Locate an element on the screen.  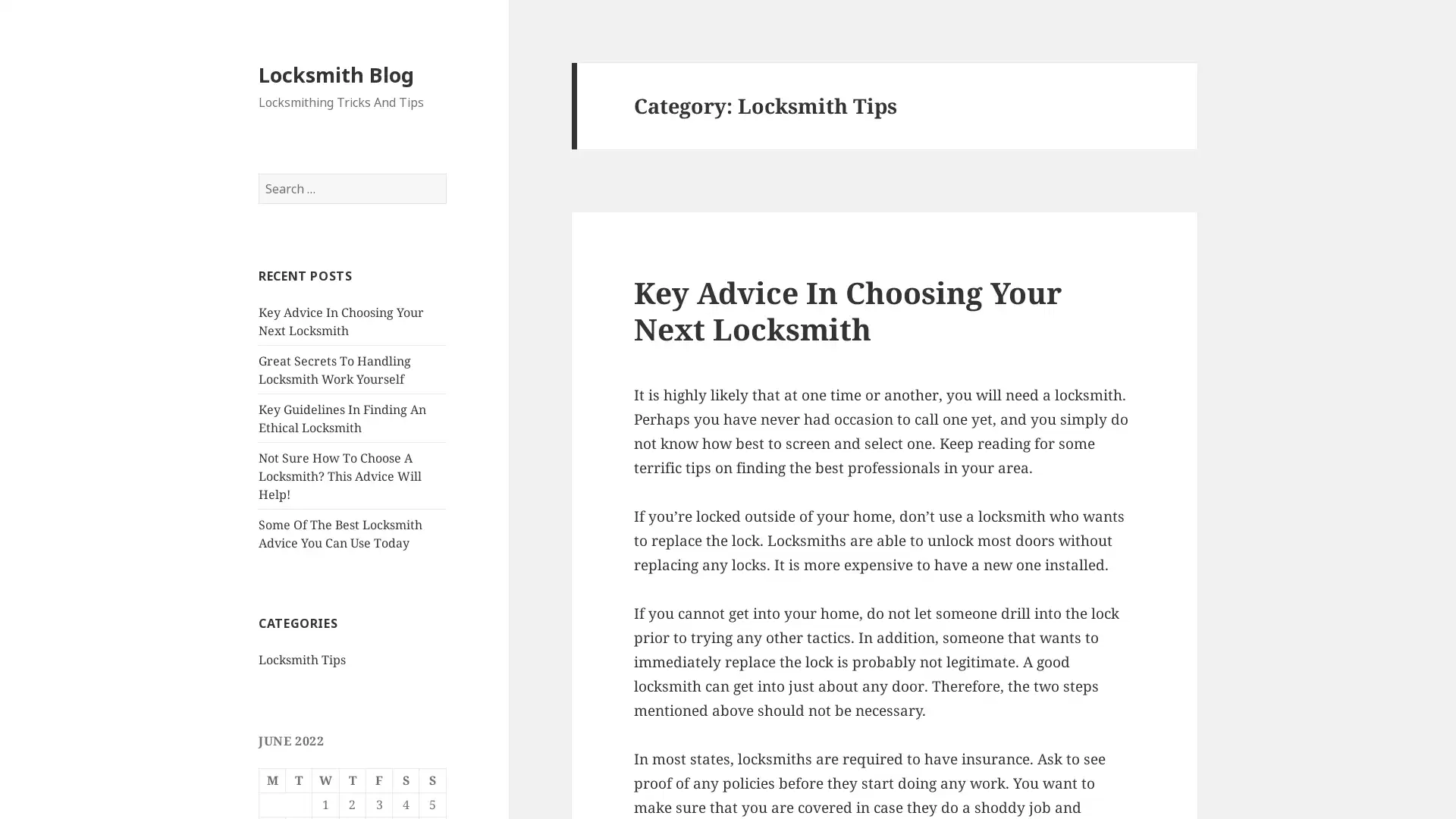
Search is located at coordinates (444, 172).